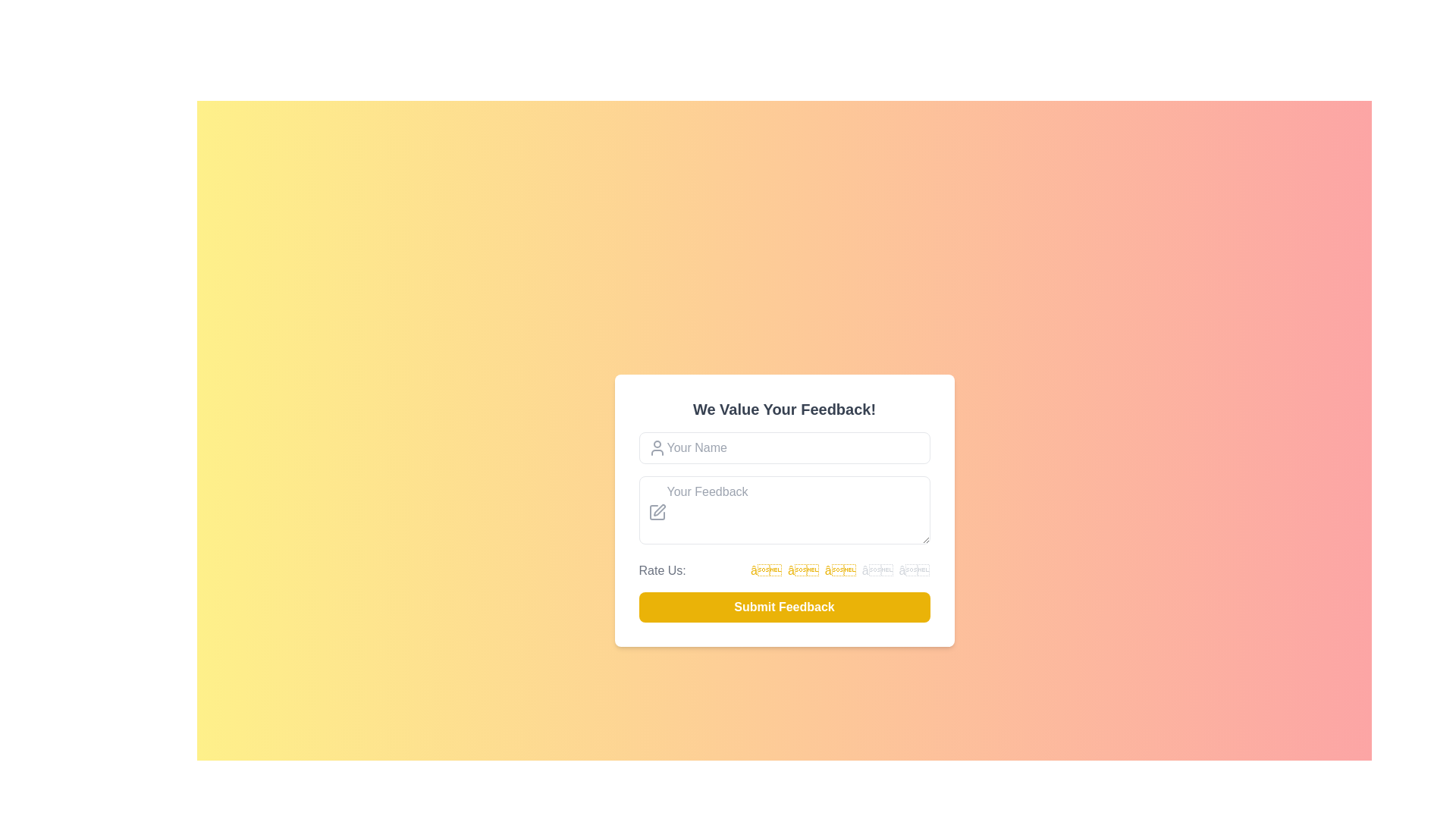 This screenshot has height=819, width=1456. Describe the element at coordinates (657, 447) in the screenshot. I see `the icon indicating the purpose of the adjacent input field for entering a user's name, which is located to the left of the 'Your Name' text input field` at that location.